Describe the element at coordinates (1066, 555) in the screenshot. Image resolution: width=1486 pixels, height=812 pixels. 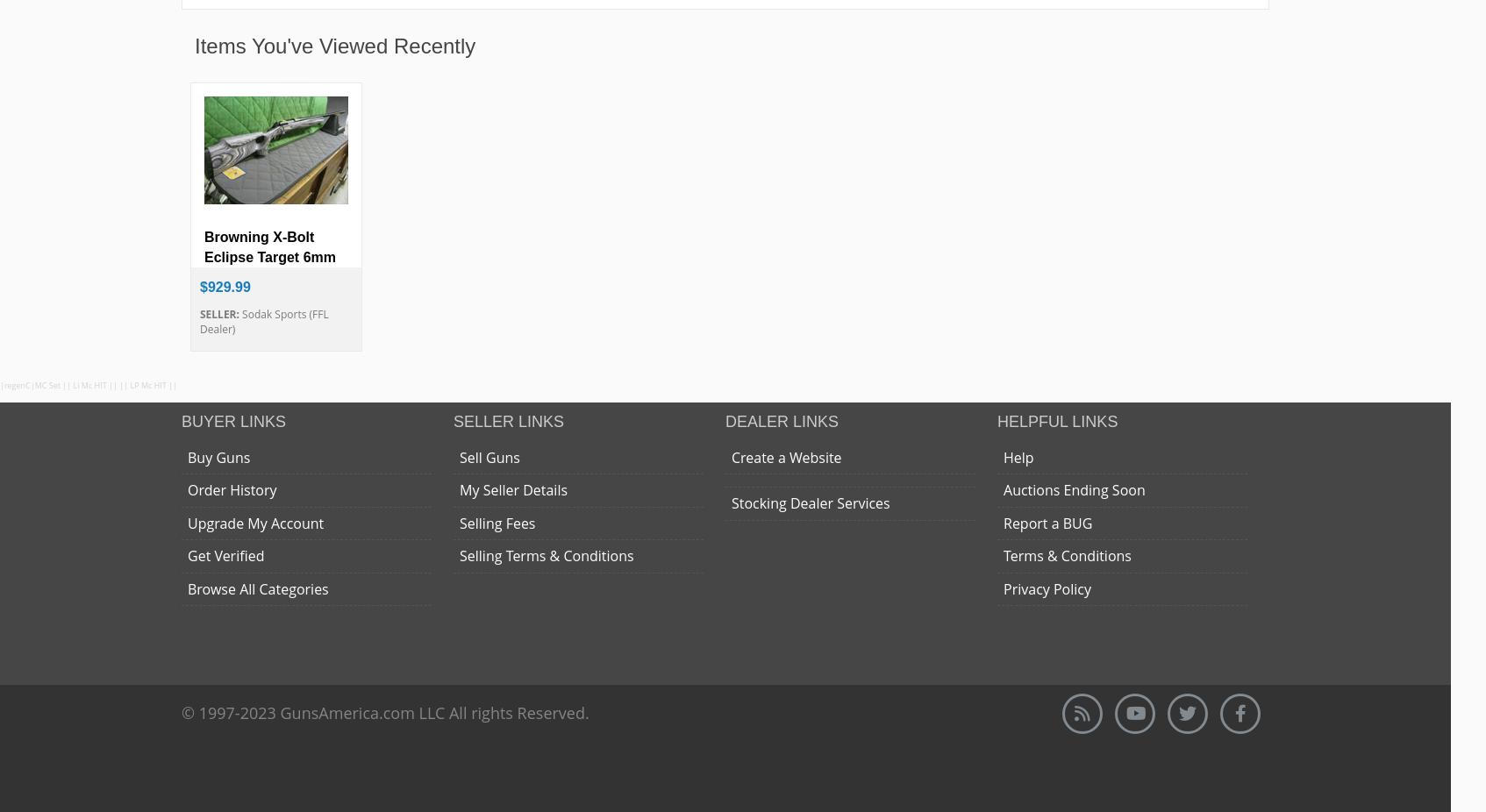
I see `'Terms & Conditions'` at that location.